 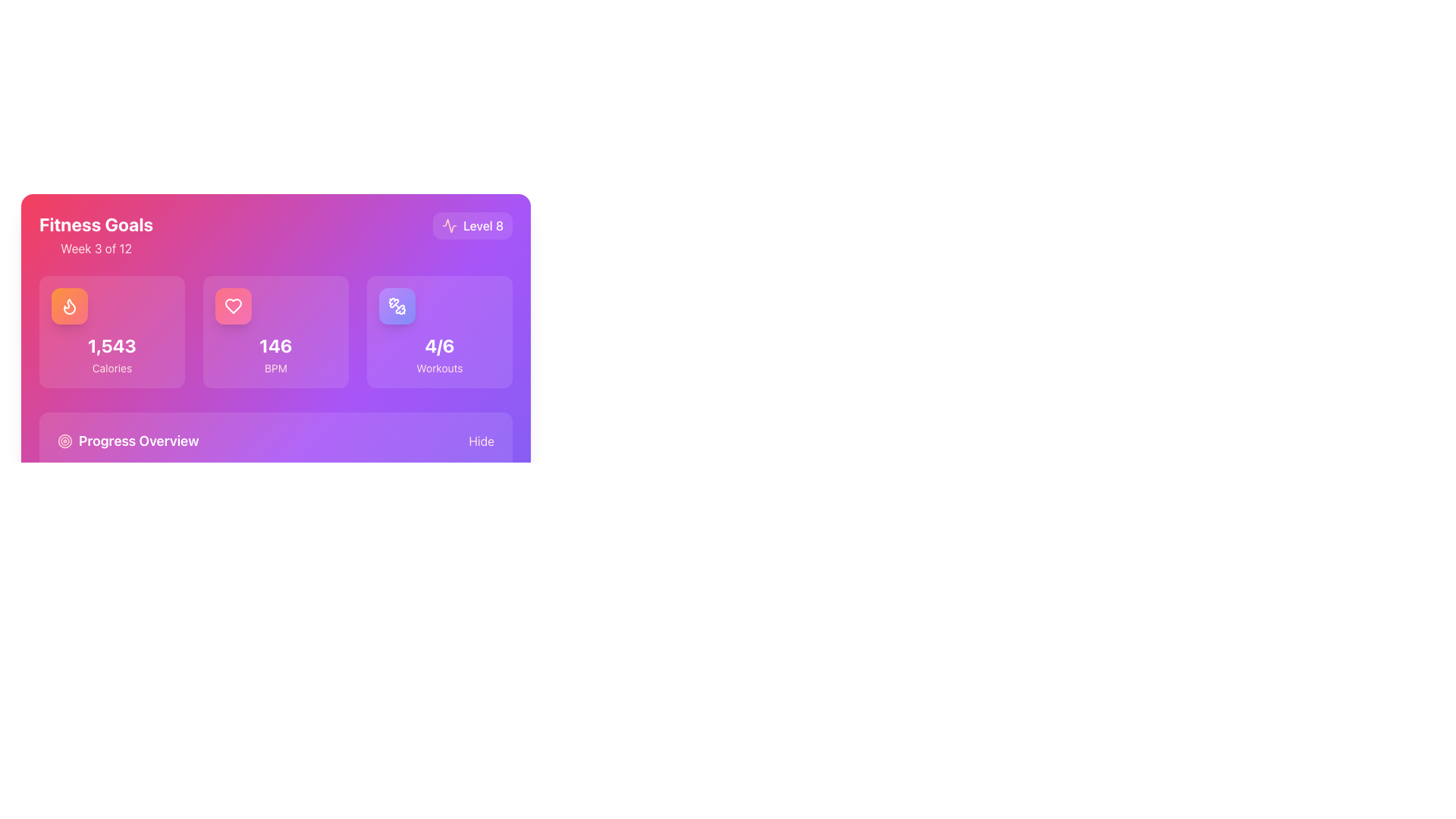 What do you see at coordinates (232, 306) in the screenshot?
I see `the heart rate metric icon, which visually represents BPM and is located at the top-left of the card displaying the value '146'` at bounding box center [232, 306].